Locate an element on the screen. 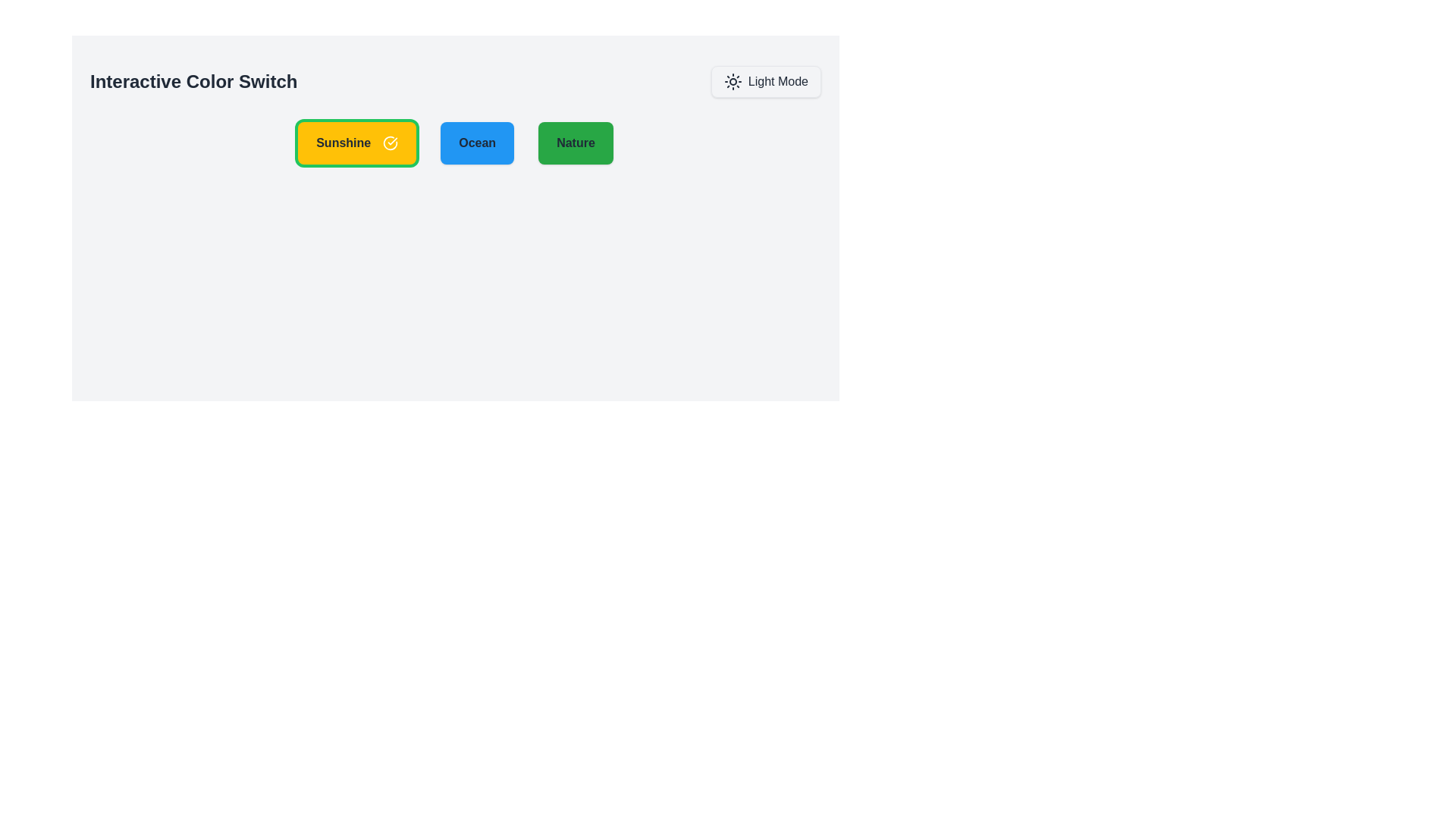 The image size is (1456, 819). the visual indicator icon located inside the yellow 'Sunshine' button, on its right side, slightly aligned to the center vertically is located at coordinates (391, 143).